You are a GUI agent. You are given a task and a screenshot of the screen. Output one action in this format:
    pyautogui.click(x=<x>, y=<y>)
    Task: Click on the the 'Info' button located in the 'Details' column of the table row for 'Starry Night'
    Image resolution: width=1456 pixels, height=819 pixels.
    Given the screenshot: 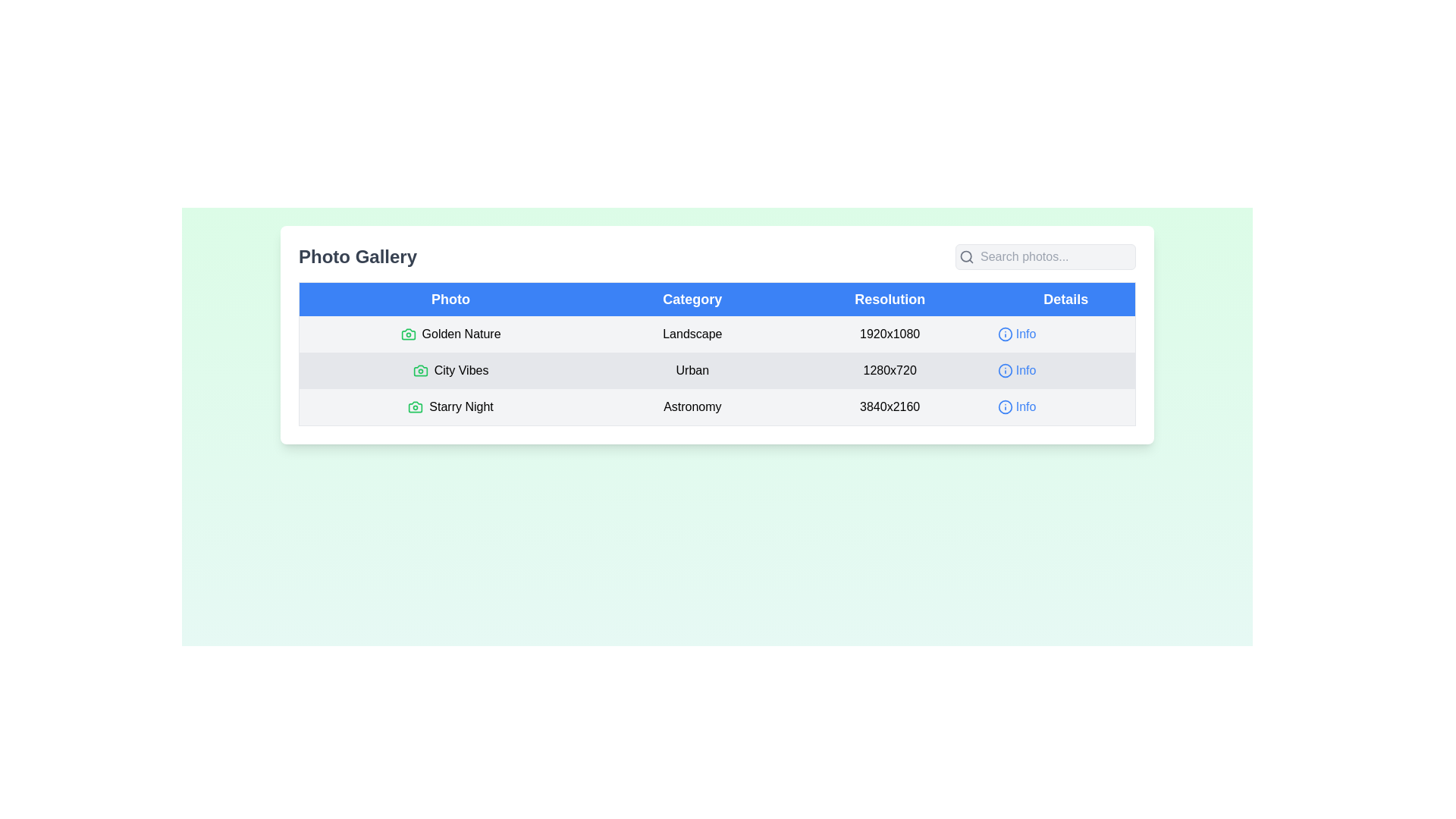 What is the action you would take?
    pyautogui.click(x=1017, y=406)
    